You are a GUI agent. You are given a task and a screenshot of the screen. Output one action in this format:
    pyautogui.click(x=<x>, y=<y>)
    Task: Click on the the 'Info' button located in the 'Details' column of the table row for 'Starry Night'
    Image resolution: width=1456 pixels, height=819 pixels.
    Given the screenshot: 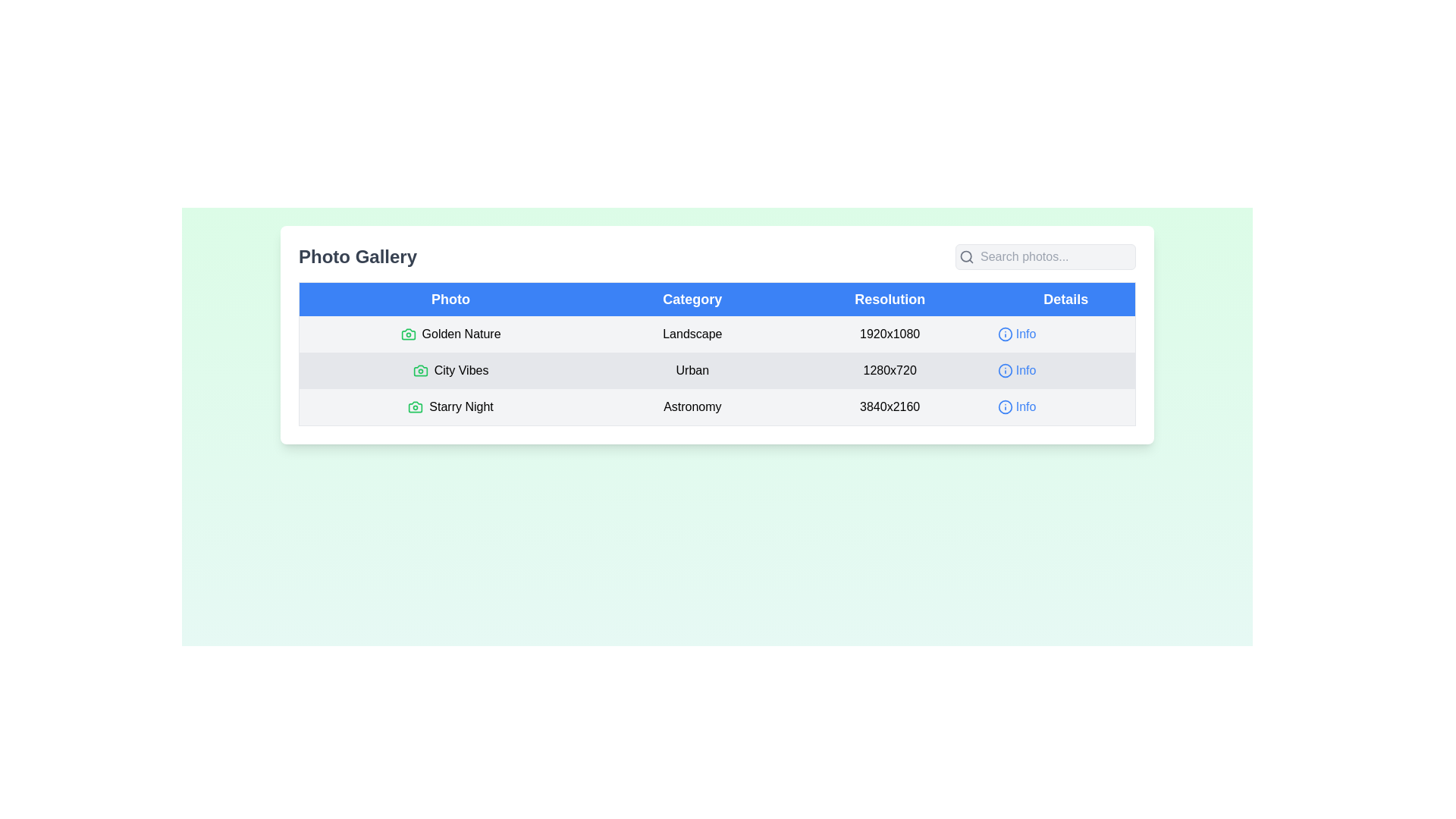 What is the action you would take?
    pyautogui.click(x=1017, y=406)
    